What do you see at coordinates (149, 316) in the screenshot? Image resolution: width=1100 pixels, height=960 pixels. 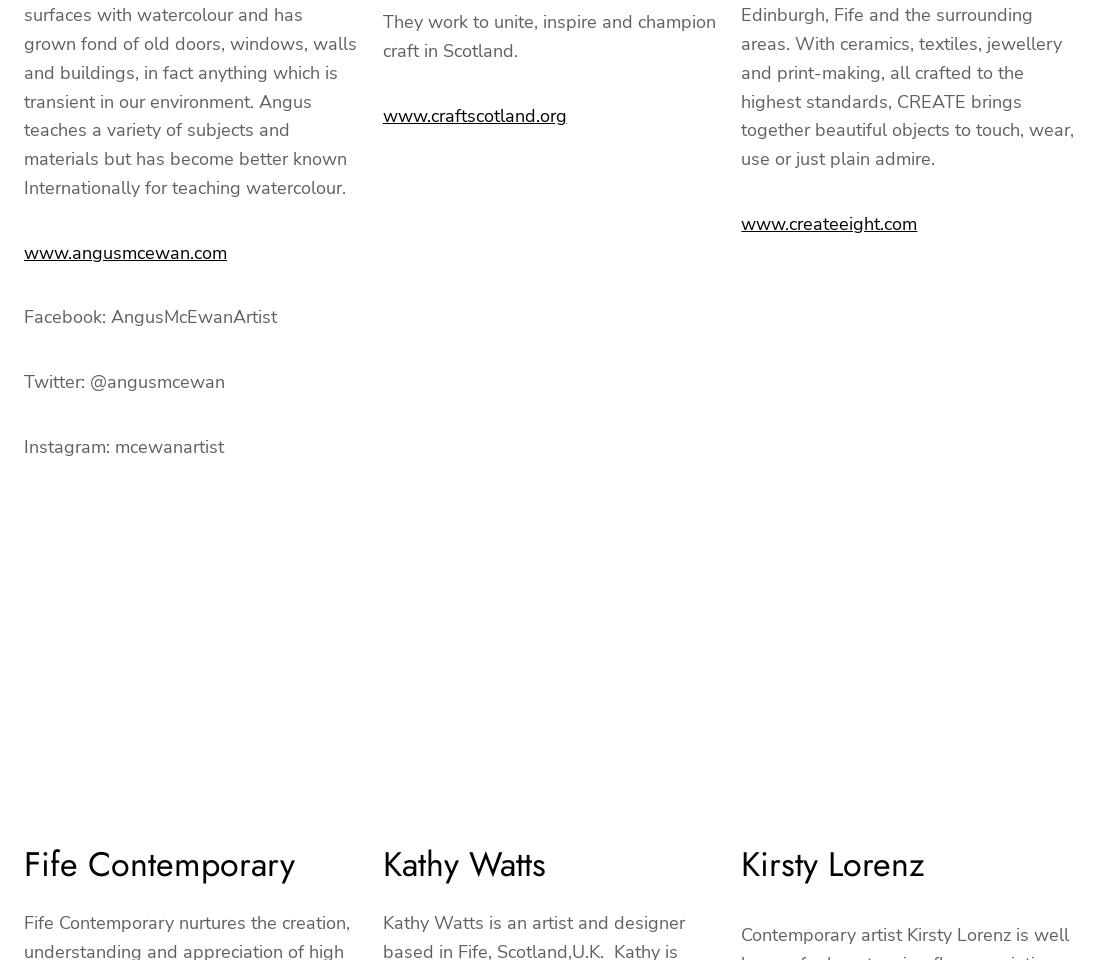 I see `'Facebook: AngusMcEwanArtist'` at bounding box center [149, 316].